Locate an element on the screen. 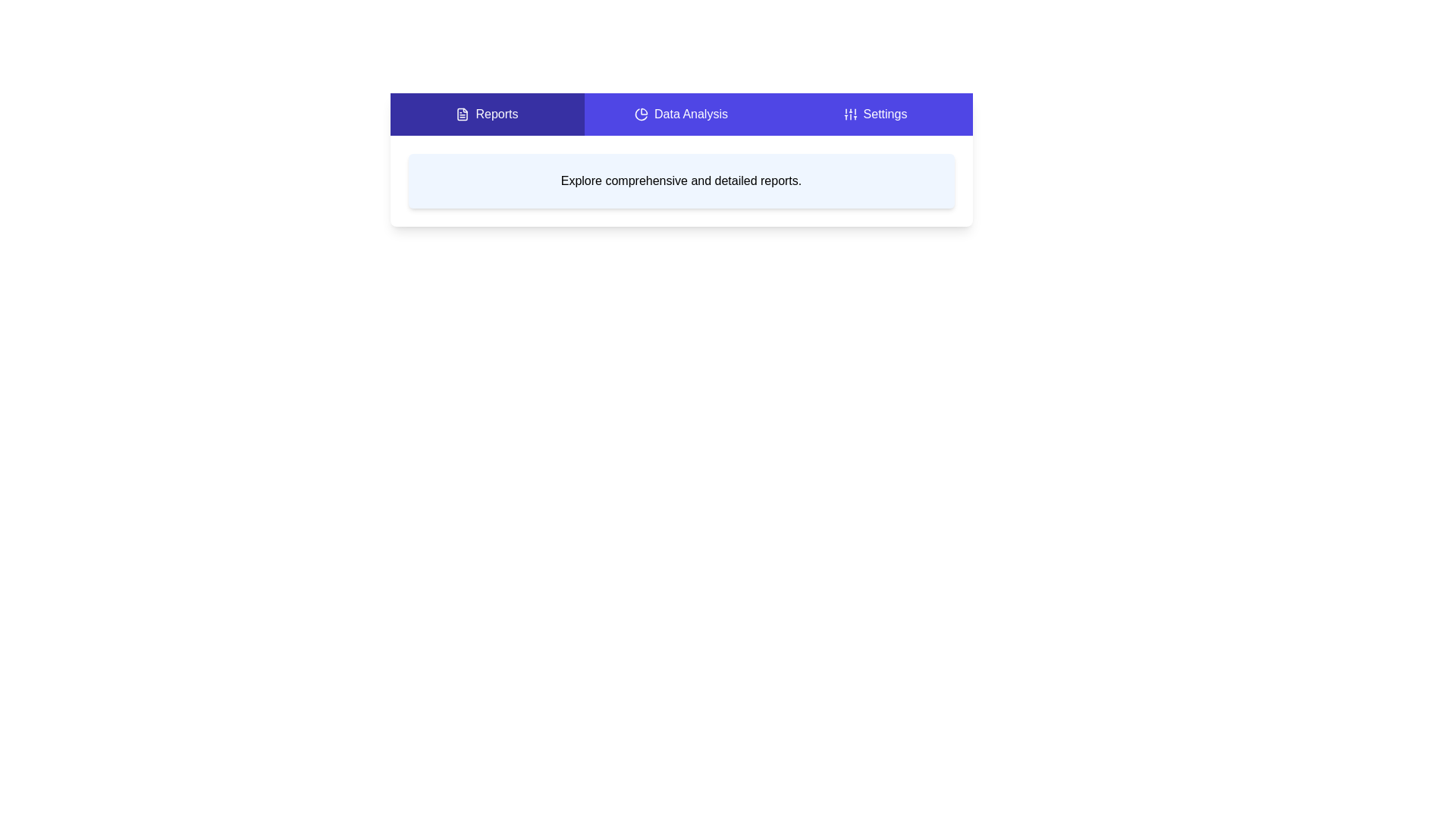  the Reports tab to view its content is located at coordinates (487, 113).